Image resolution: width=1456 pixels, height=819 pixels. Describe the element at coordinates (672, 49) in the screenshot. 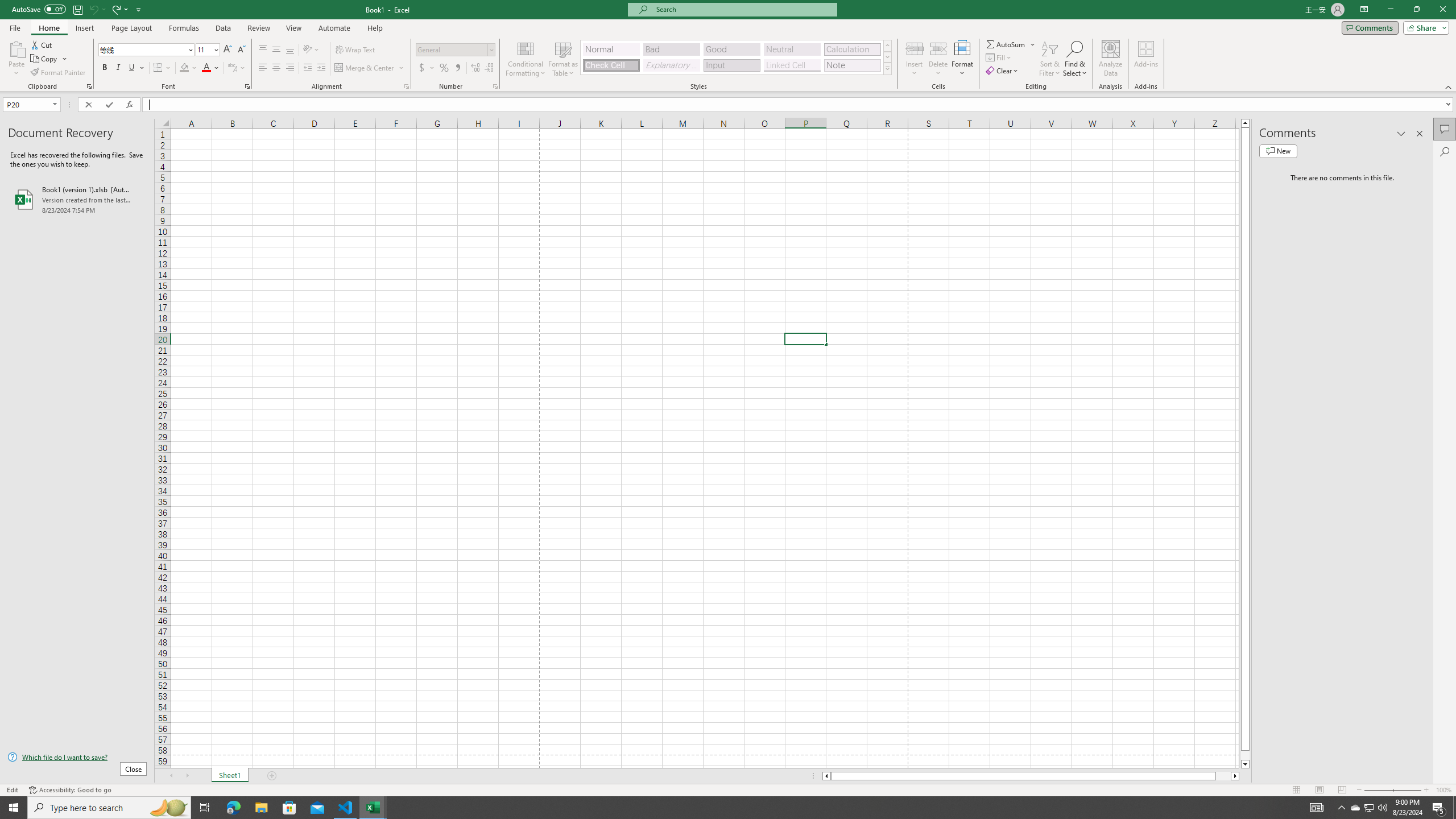

I see `'Bad'` at that location.